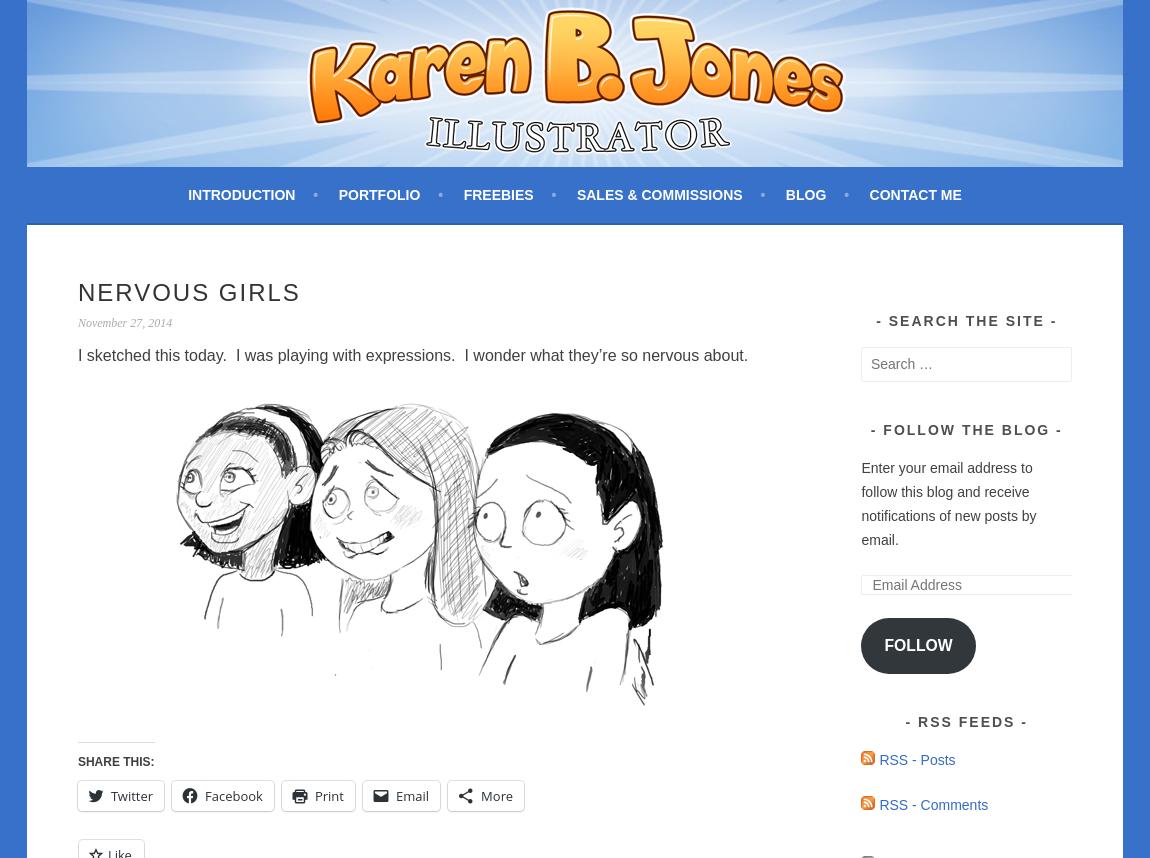 The width and height of the screenshot is (1150, 858). What do you see at coordinates (657, 195) in the screenshot?
I see `'Sales & Commissions'` at bounding box center [657, 195].